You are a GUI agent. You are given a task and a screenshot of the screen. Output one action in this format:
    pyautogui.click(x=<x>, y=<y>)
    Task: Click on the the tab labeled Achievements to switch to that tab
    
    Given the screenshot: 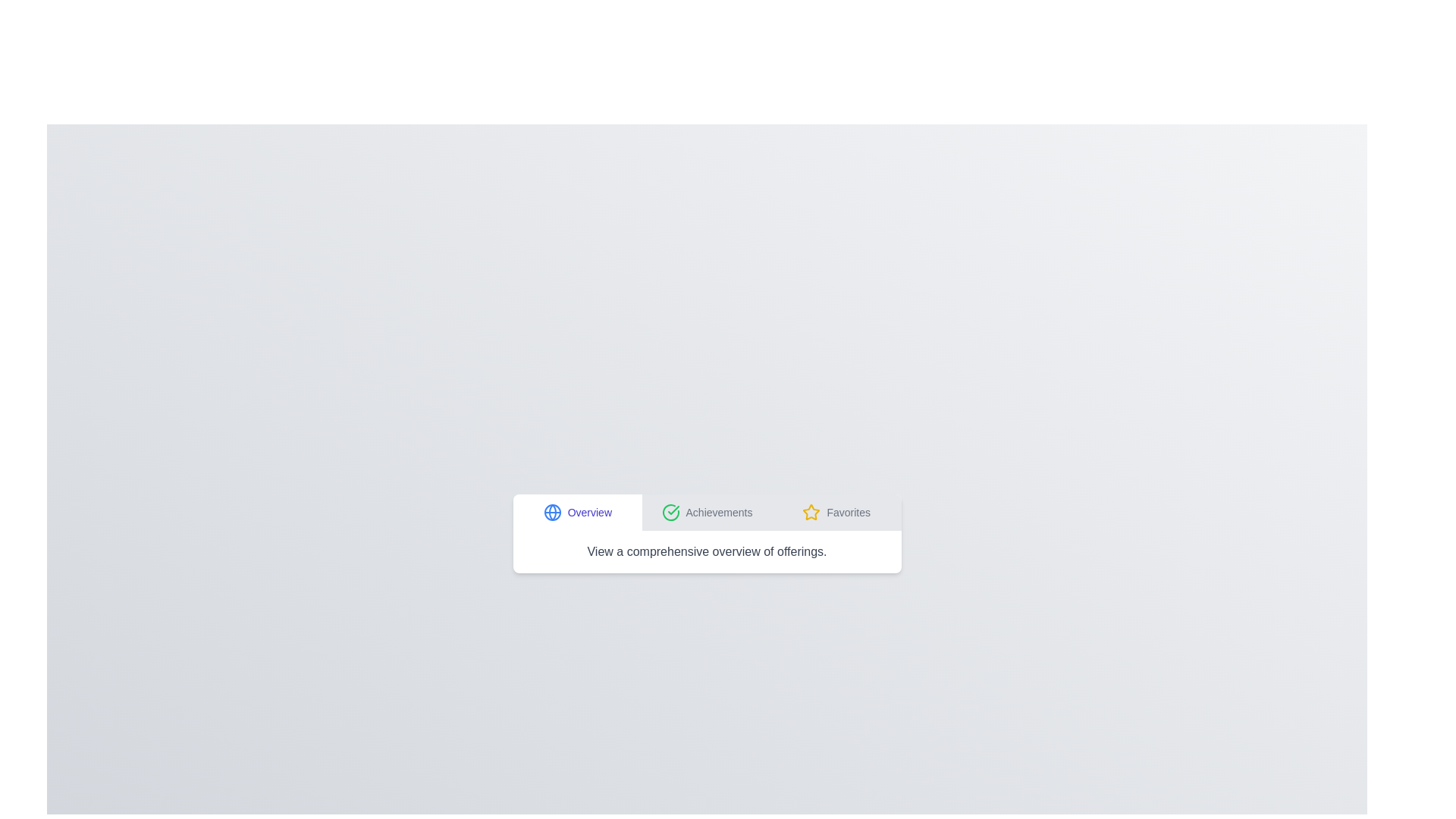 What is the action you would take?
    pyautogui.click(x=706, y=512)
    